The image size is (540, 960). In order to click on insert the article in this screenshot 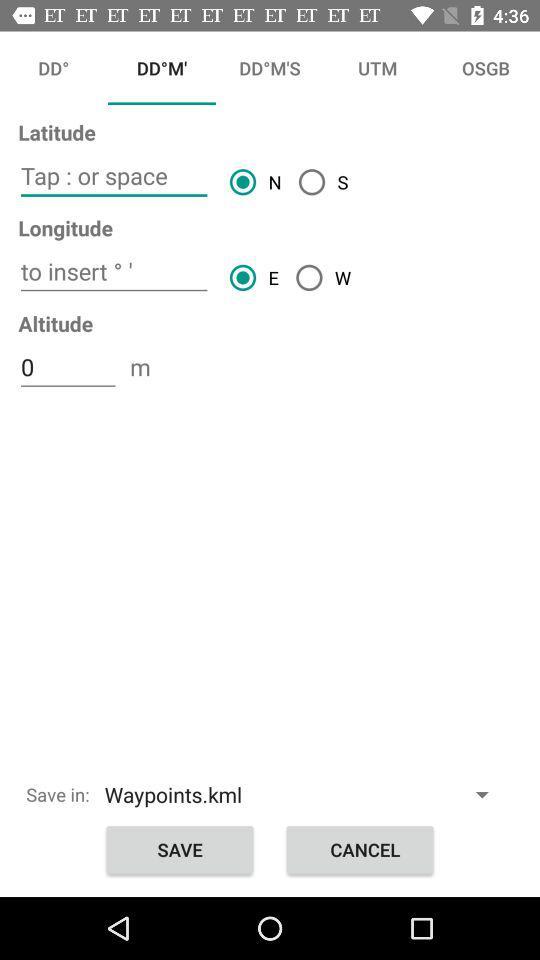, I will do `click(114, 270)`.